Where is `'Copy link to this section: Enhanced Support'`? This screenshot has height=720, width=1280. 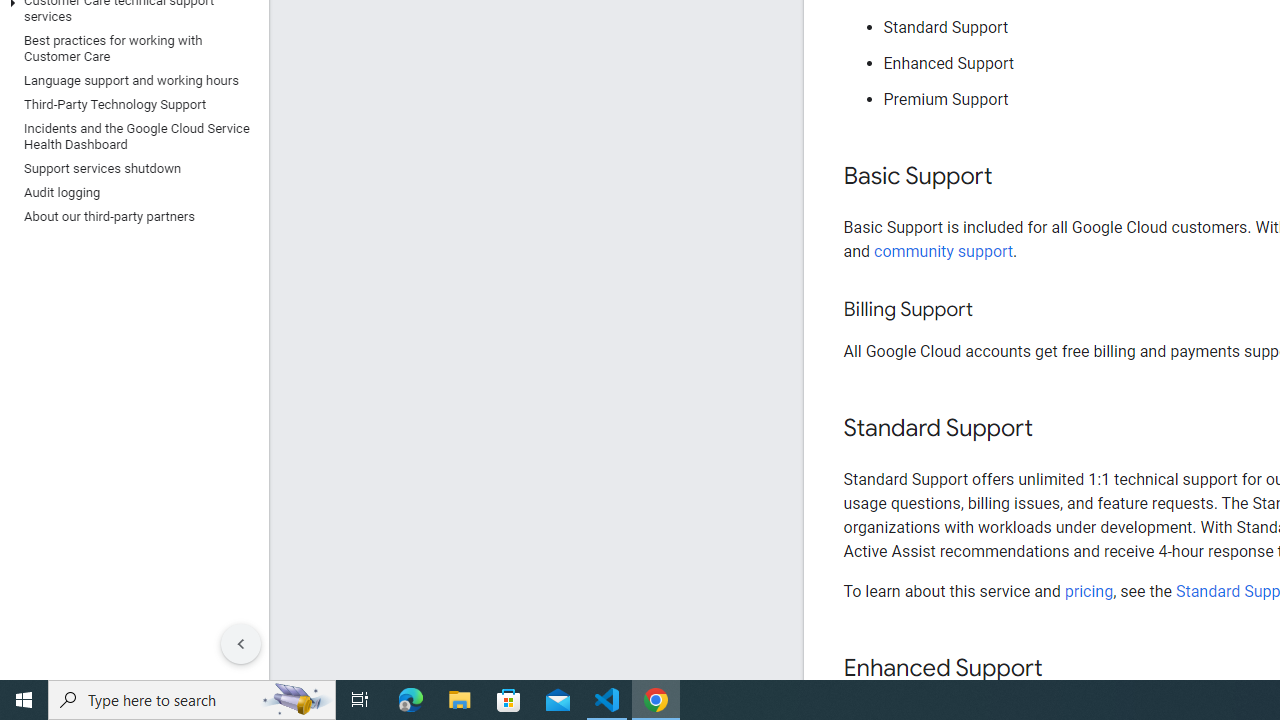
'Copy link to this section: Enhanced Support' is located at coordinates (1061, 669).